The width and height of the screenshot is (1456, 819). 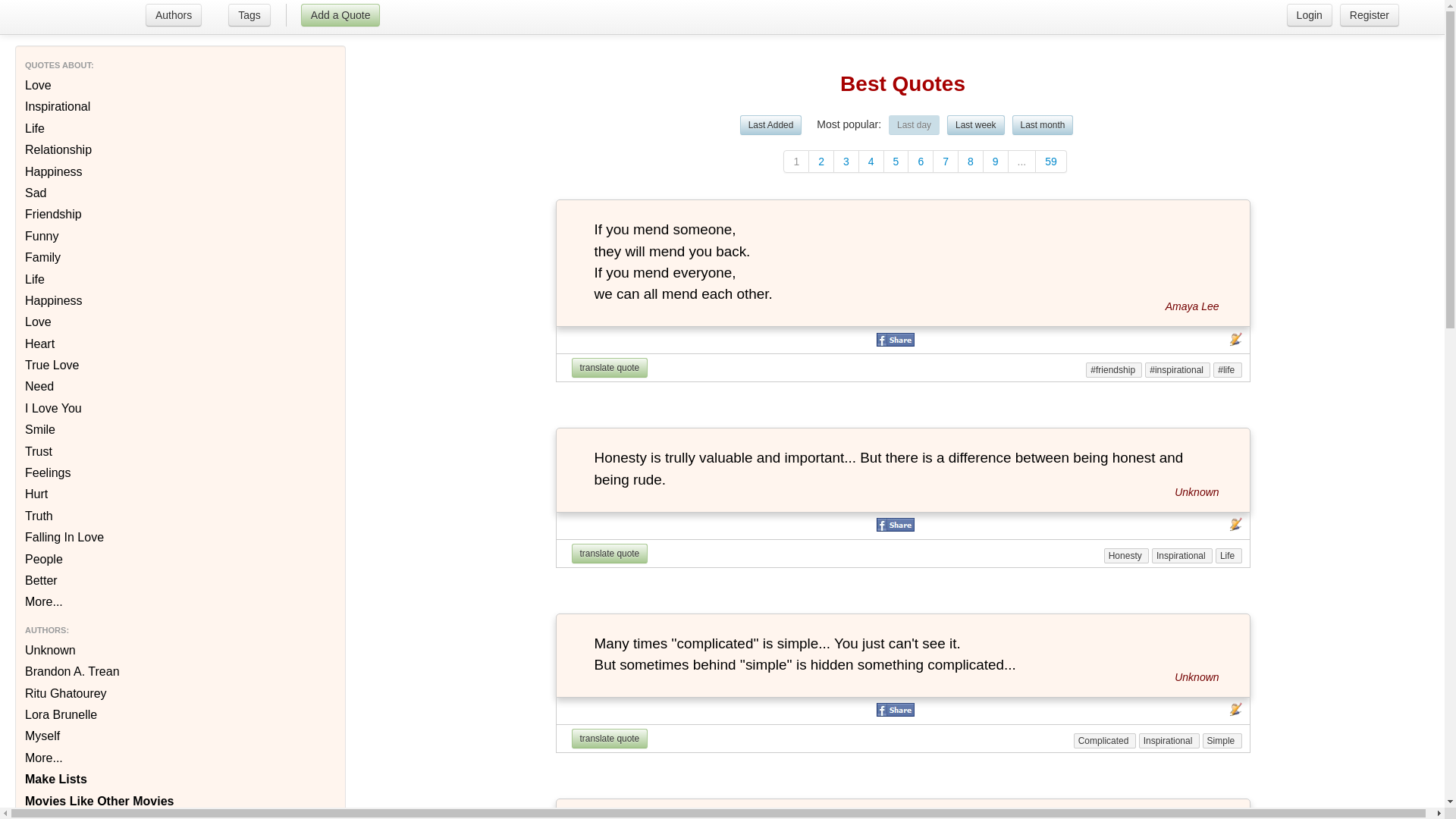 What do you see at coordinates (1164, 306) in the screenshot?
I see `'Amaya Lee'` at bounding box center [1164, 306].